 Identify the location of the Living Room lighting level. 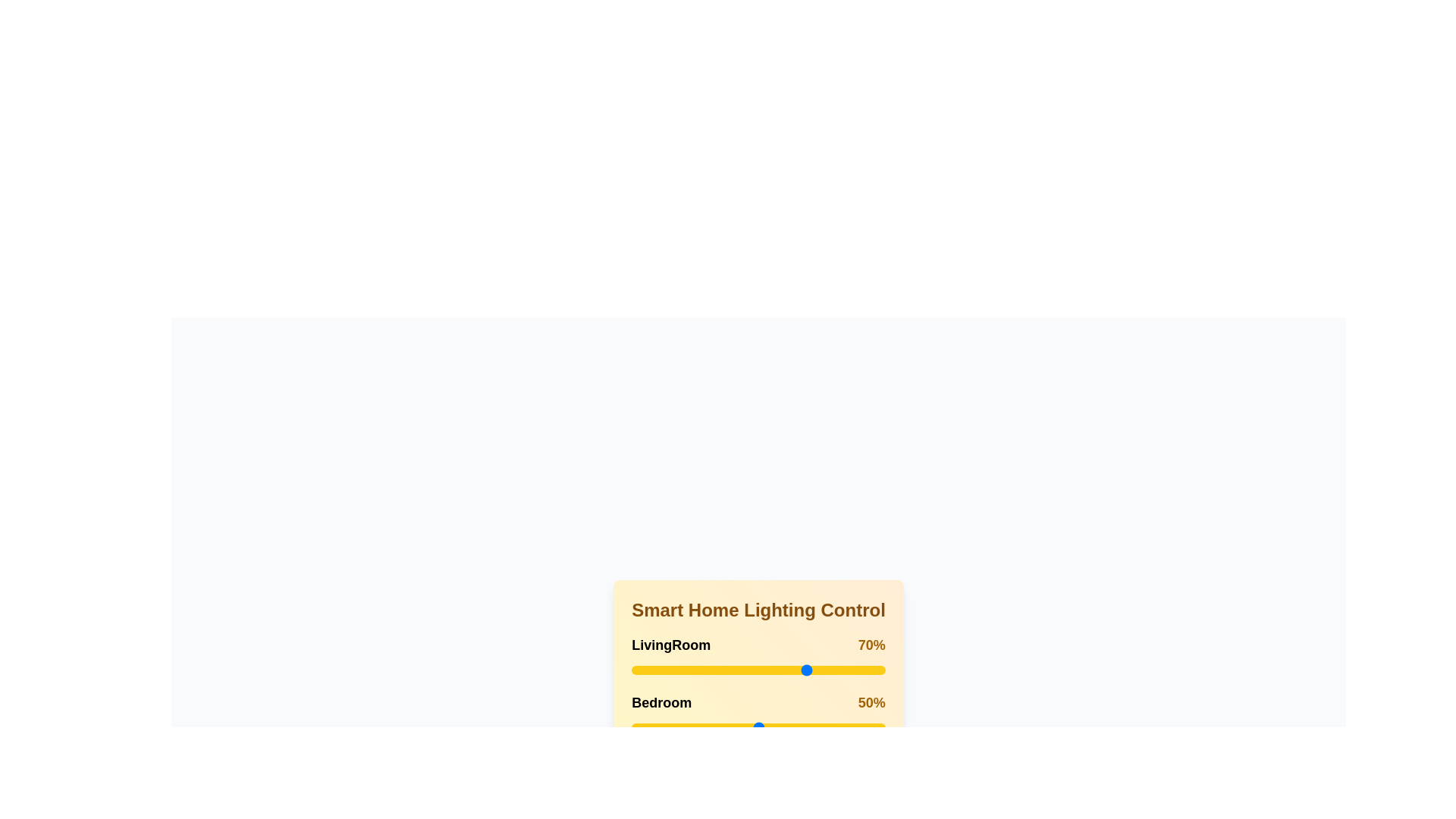
(632, 669).